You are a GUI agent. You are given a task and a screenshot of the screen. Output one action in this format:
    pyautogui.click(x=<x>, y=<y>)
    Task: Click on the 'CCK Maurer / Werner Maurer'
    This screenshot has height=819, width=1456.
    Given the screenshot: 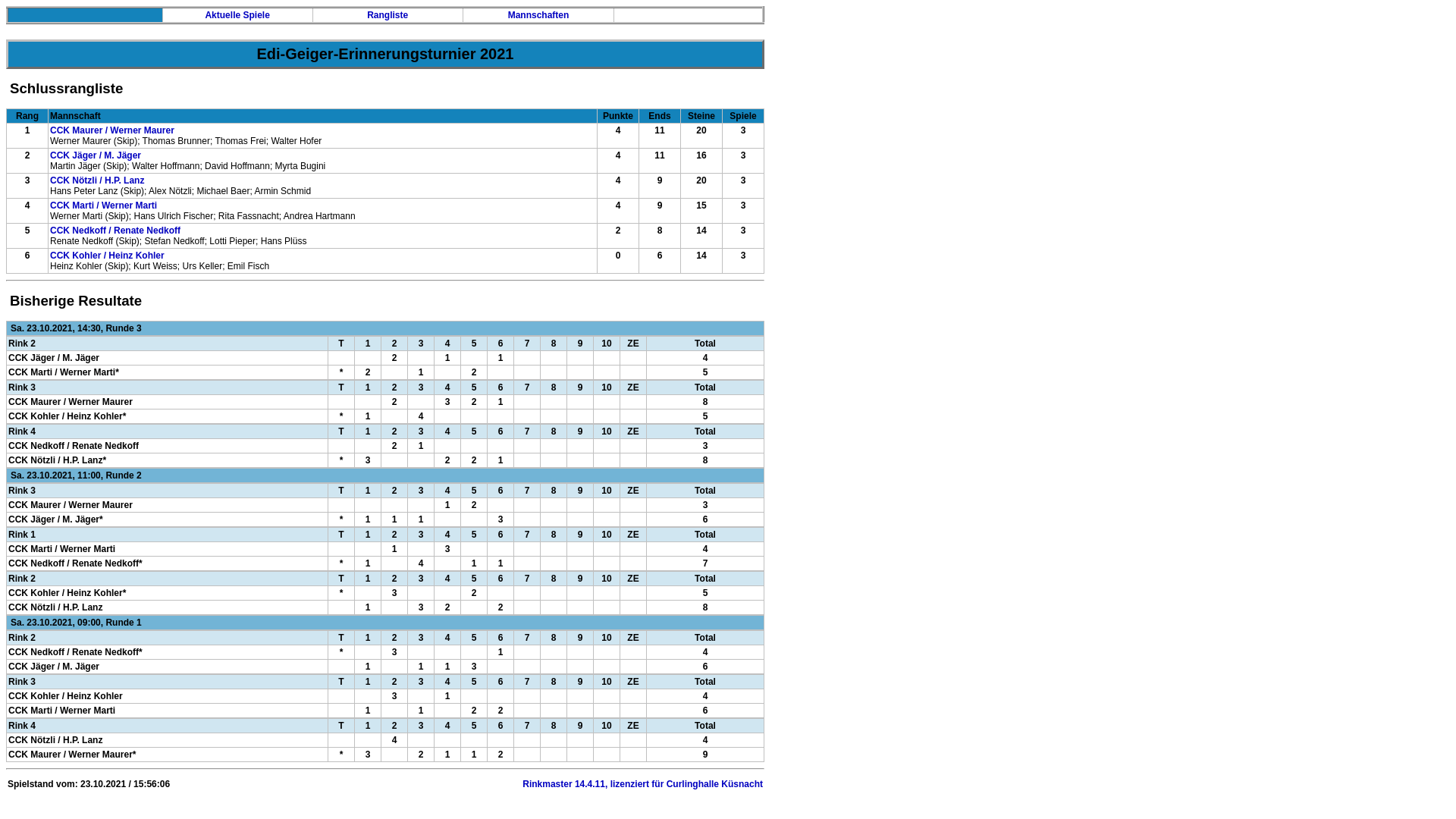 What is the action you would take?
    pyautogui.click(x=50, y=130)
    